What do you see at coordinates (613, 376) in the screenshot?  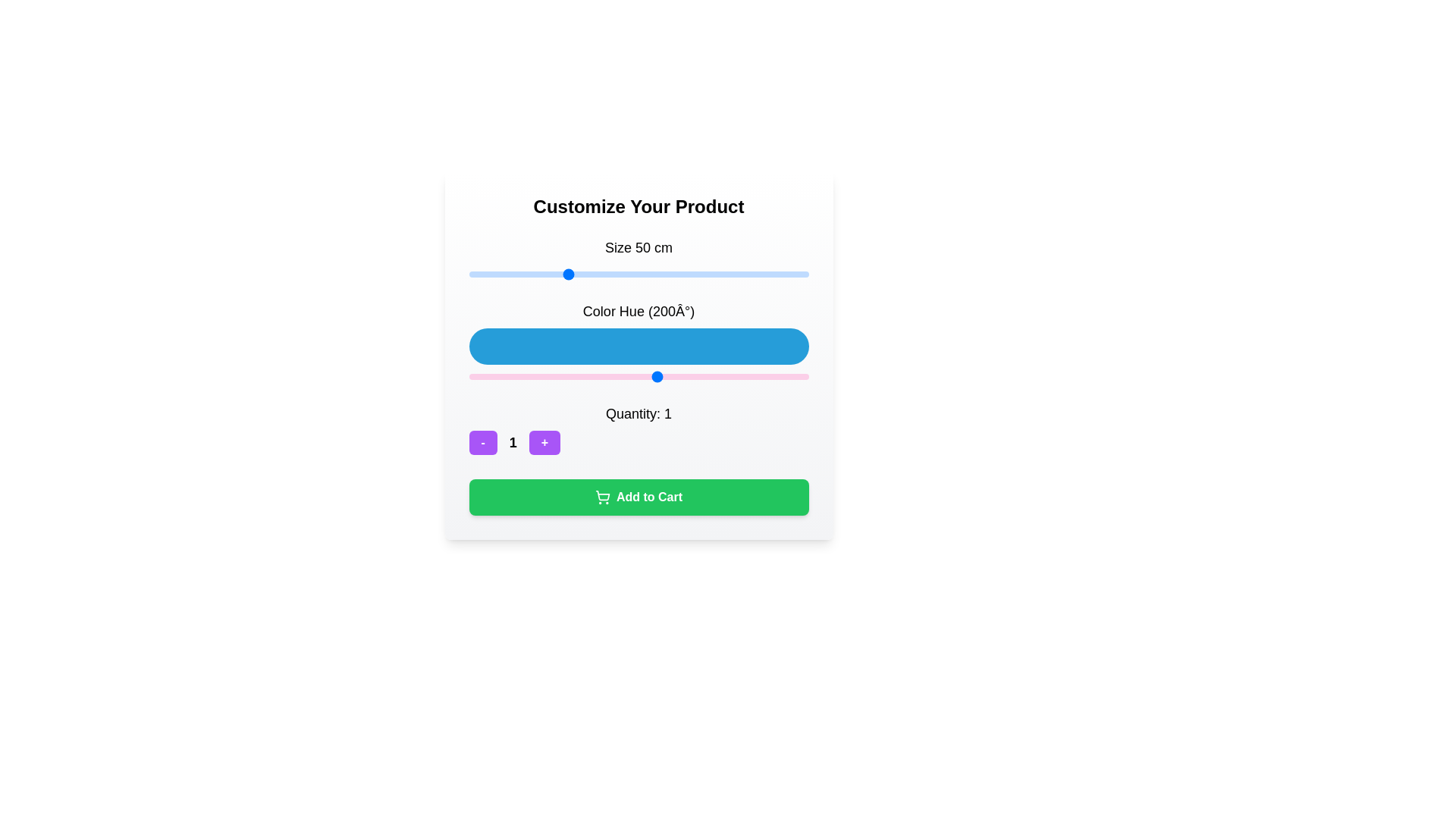 I see `the color hue slider` at bounding box center [613, 376].